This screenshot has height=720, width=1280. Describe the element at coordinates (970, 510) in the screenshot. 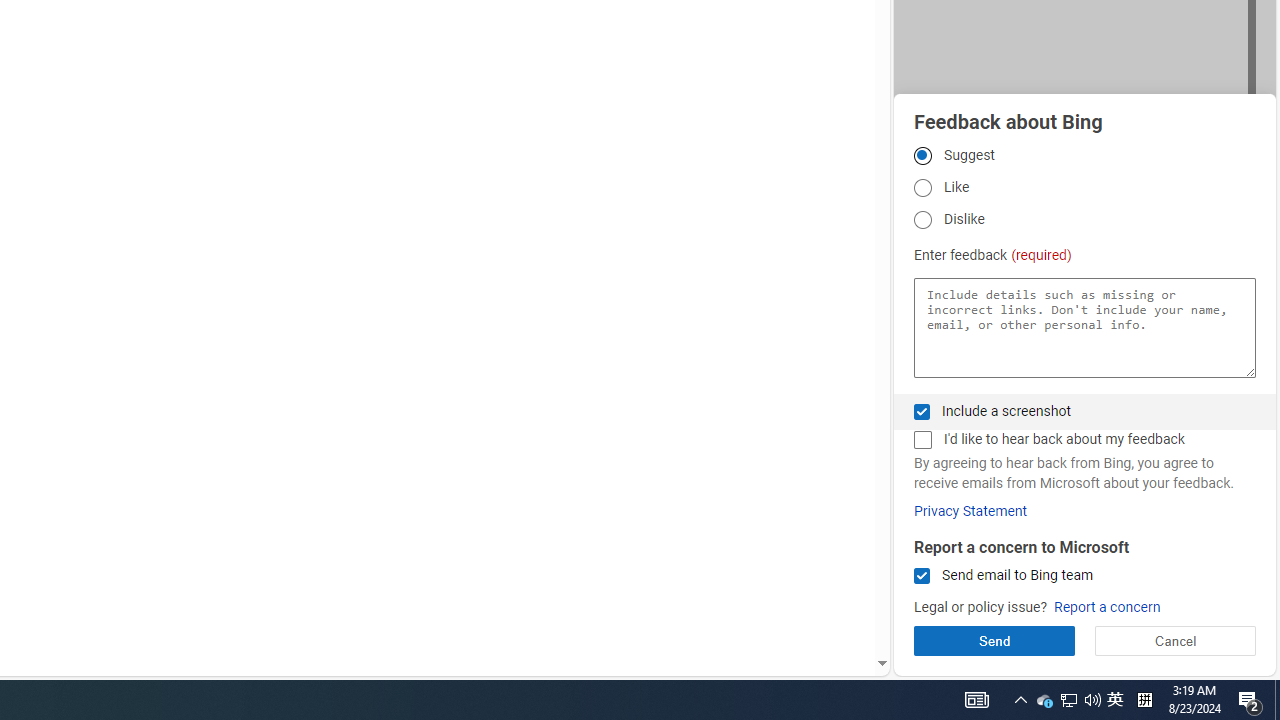

I see `'Privacy Statement'` at that location.